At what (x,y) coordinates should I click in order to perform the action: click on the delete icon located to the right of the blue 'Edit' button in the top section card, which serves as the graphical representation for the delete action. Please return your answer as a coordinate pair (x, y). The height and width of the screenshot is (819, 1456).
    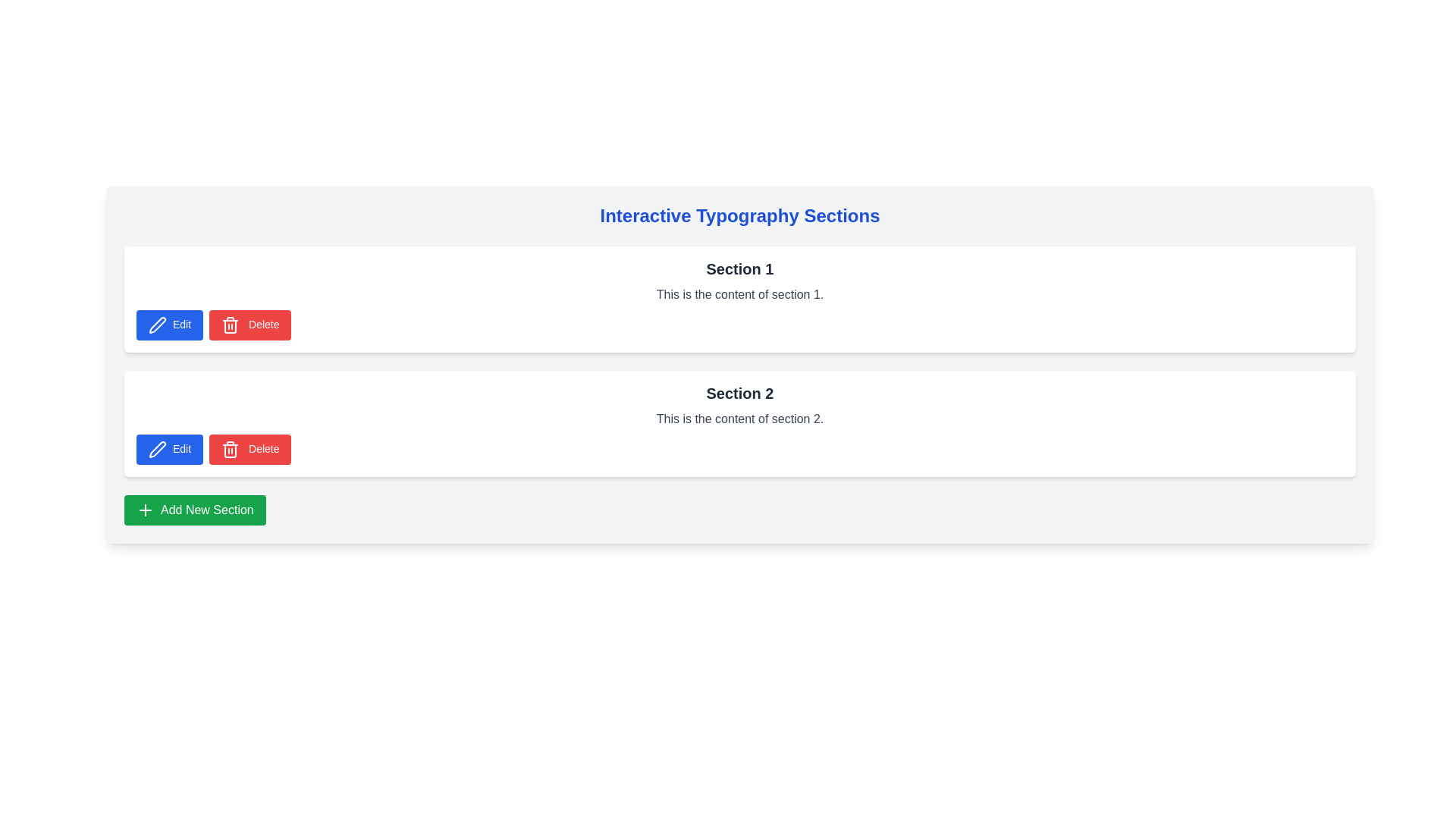
    Looking at the image, I should click on (230, 450).